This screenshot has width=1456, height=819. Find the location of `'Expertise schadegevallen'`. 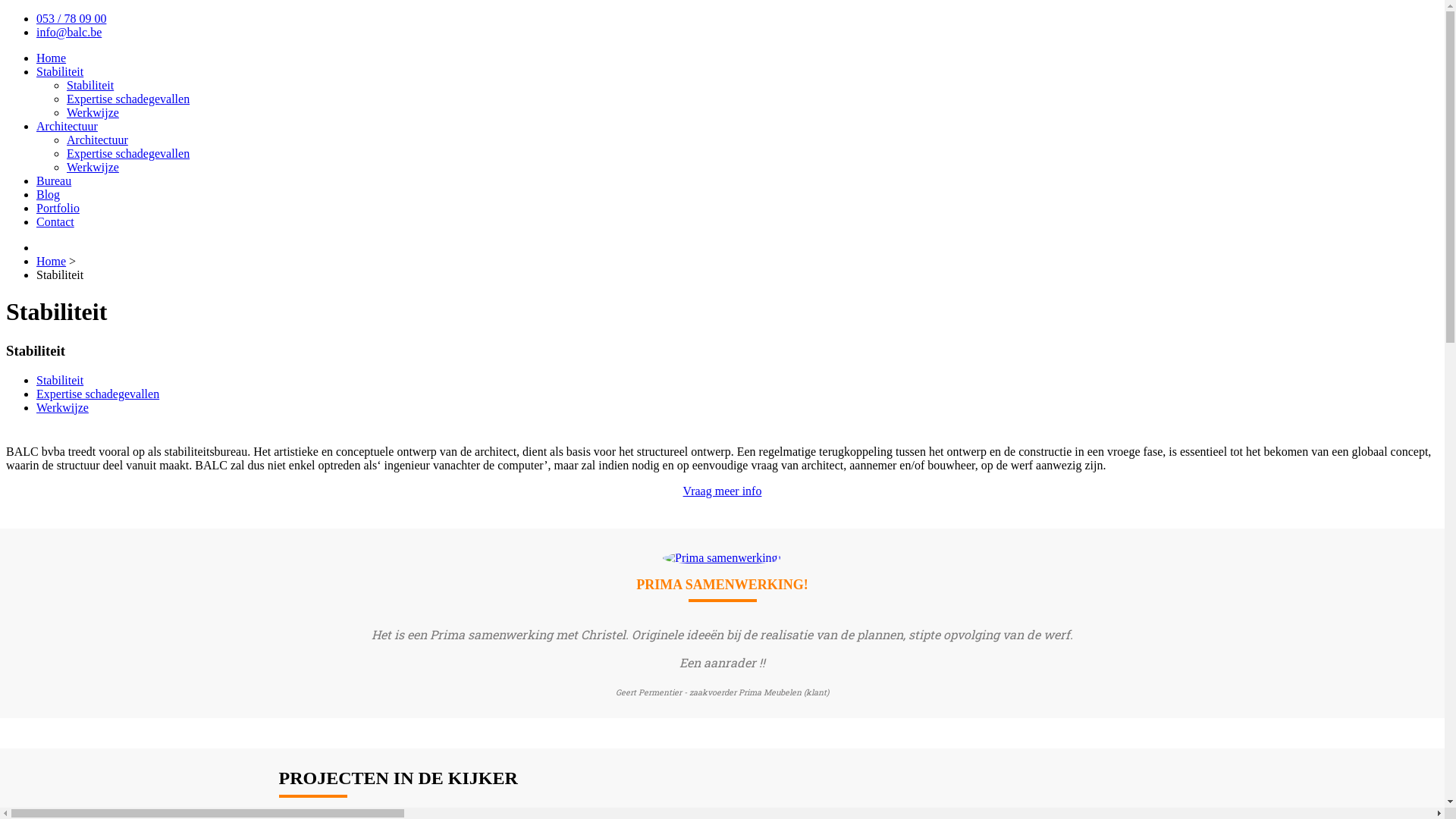

'Expertise schadegevallen' is located at coordinates (97, 393).